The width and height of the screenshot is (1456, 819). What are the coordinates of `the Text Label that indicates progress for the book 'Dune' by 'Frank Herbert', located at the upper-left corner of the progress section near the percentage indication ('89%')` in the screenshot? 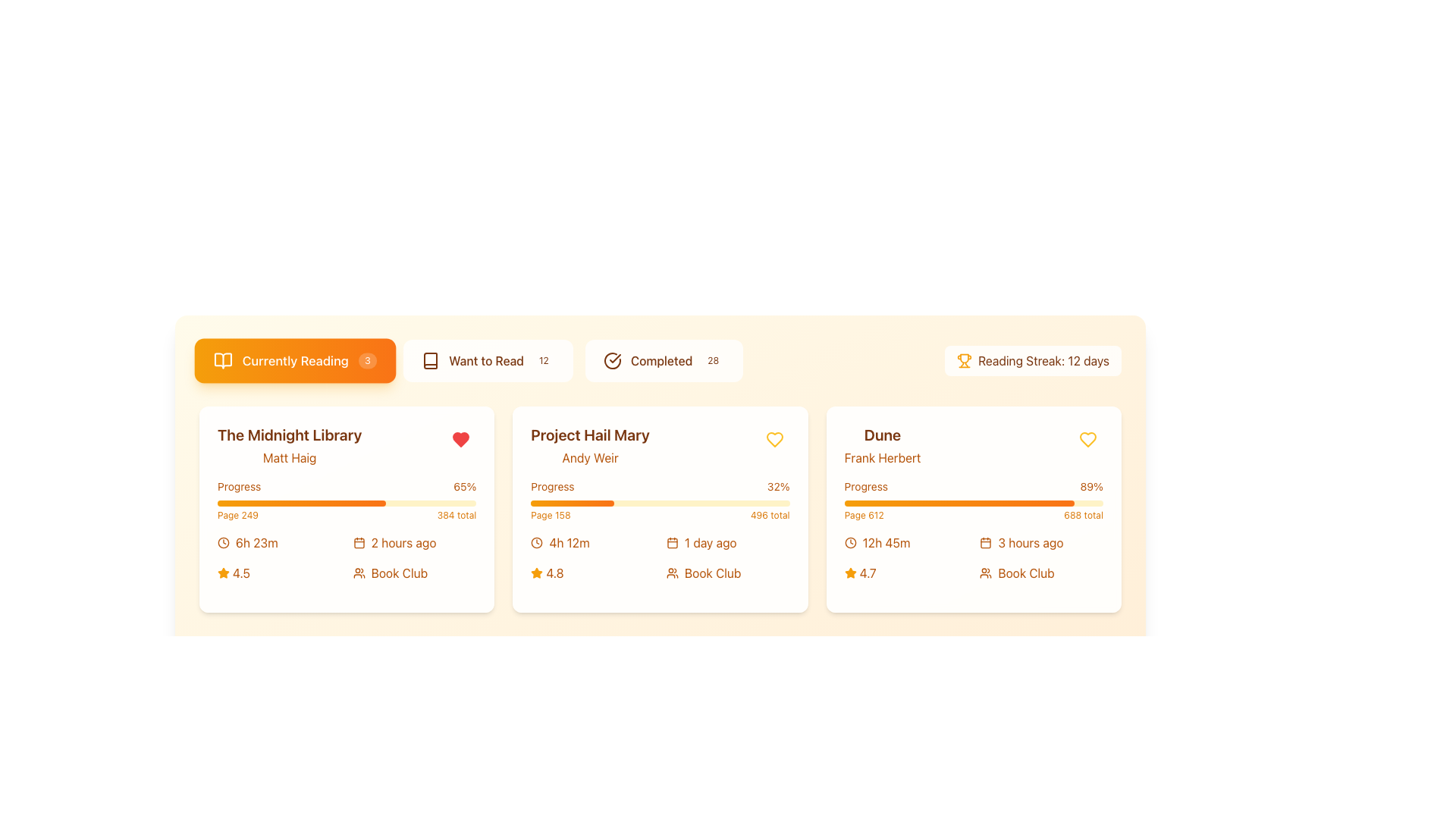 It's located at (866, 486).